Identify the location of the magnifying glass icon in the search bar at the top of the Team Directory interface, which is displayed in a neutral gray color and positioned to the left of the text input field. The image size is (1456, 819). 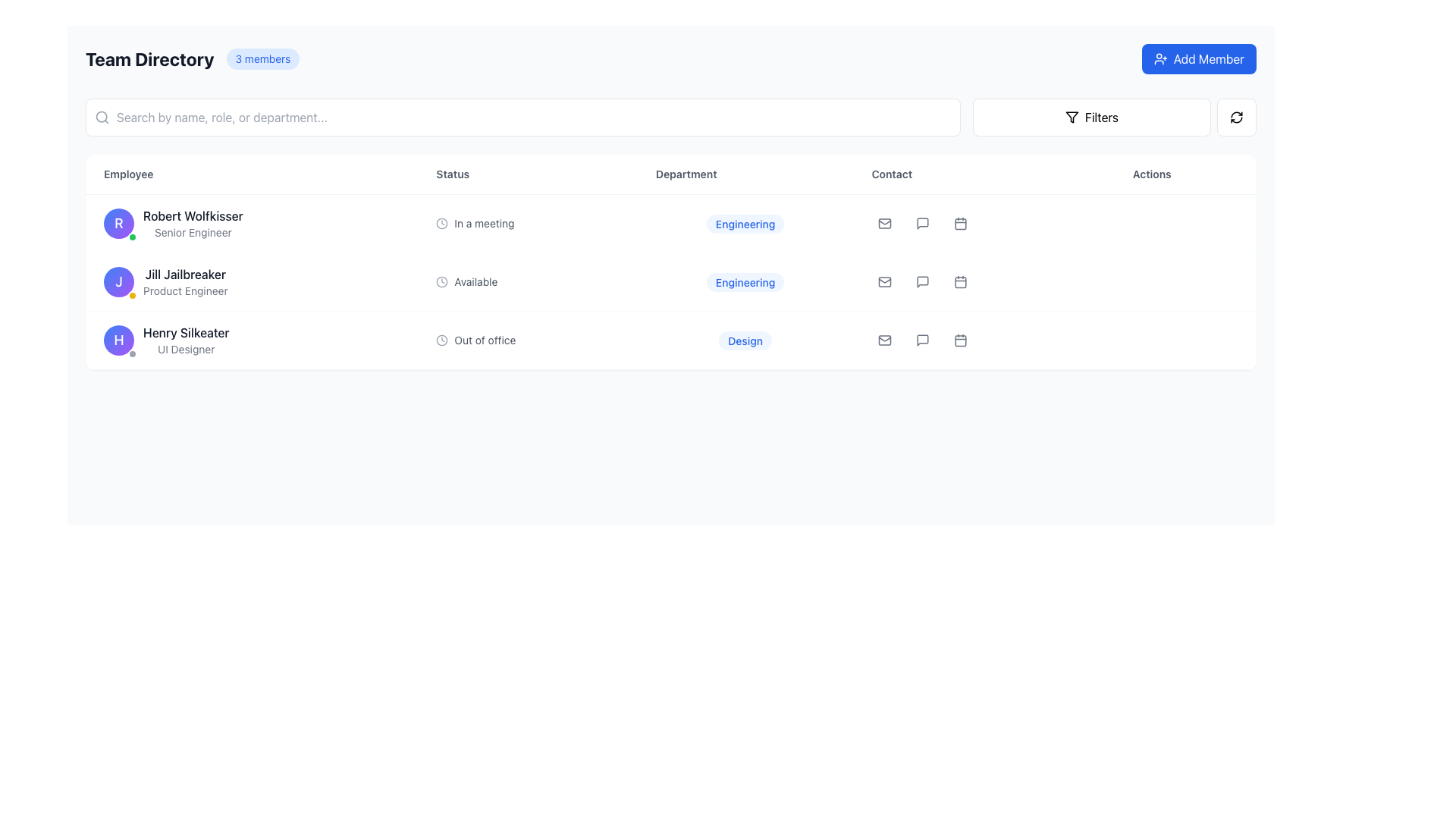
(101, 116).